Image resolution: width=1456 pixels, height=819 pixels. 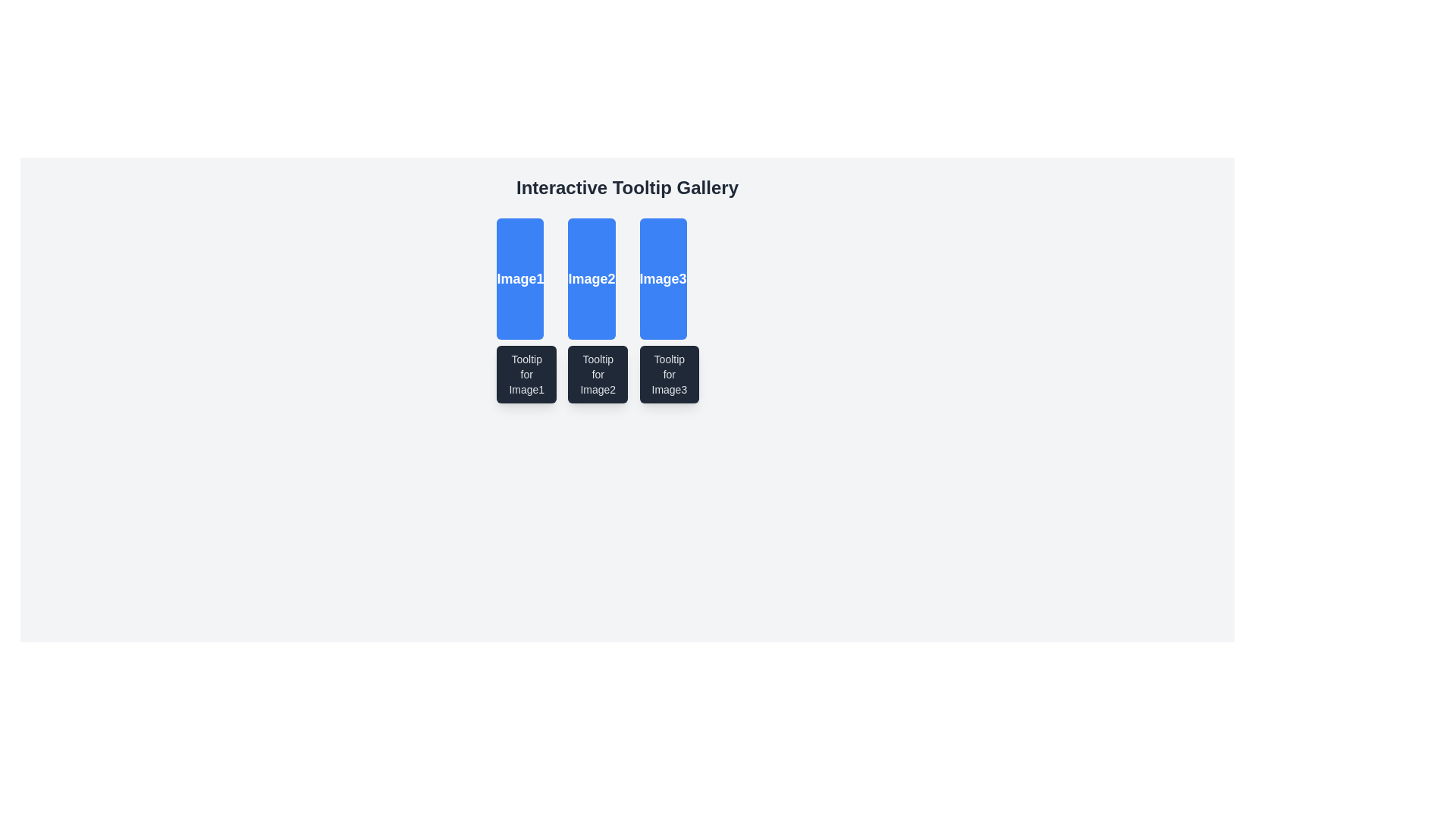 I want to click on the text contents of the tooltip positioned directly below the 'Image3' item, which is the third tooltip in a set of horizontally aligned tooltips, so click(x=668, y=374).